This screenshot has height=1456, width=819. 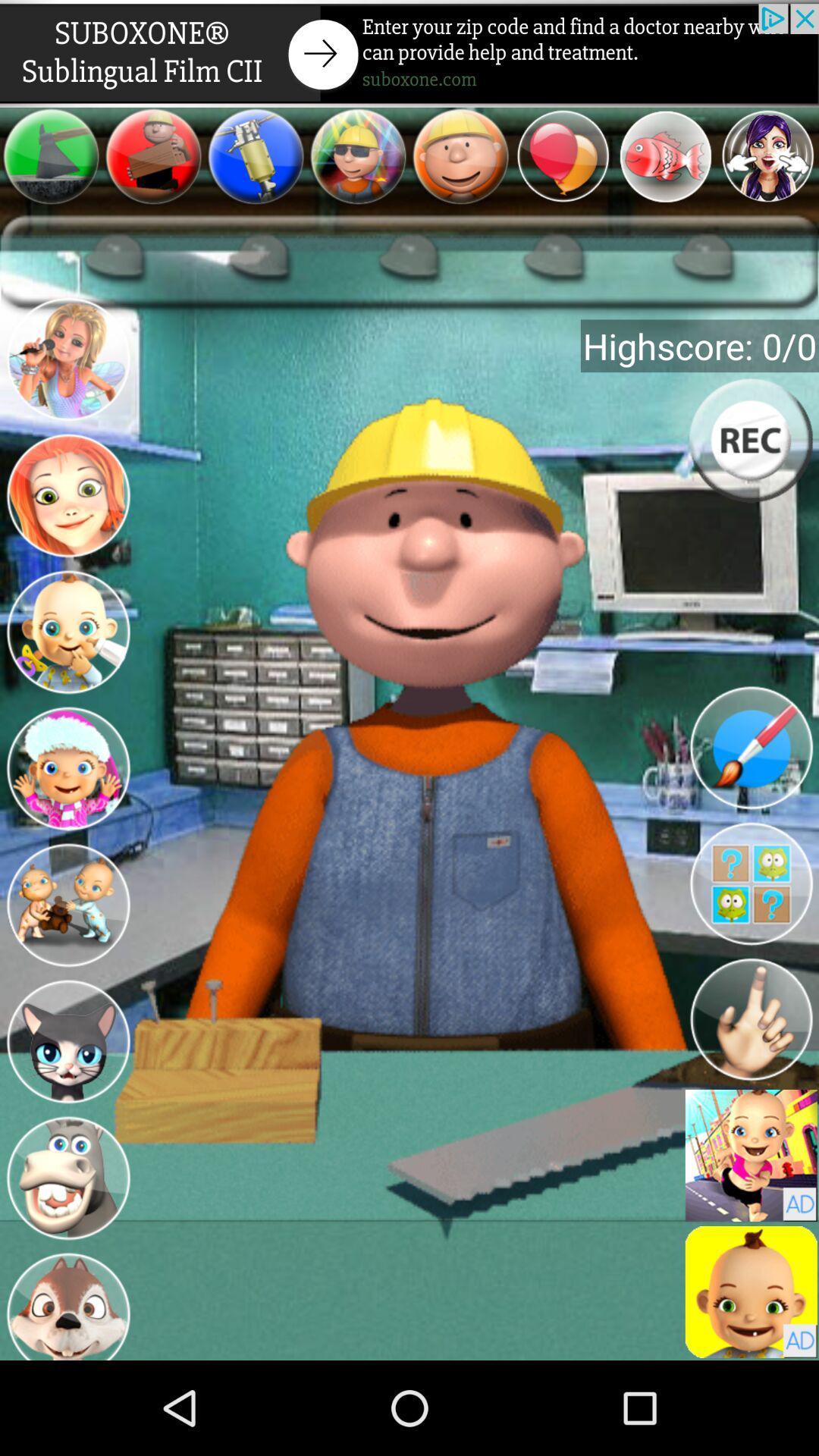 I want to click on picture, so click(x=67, y=1302).